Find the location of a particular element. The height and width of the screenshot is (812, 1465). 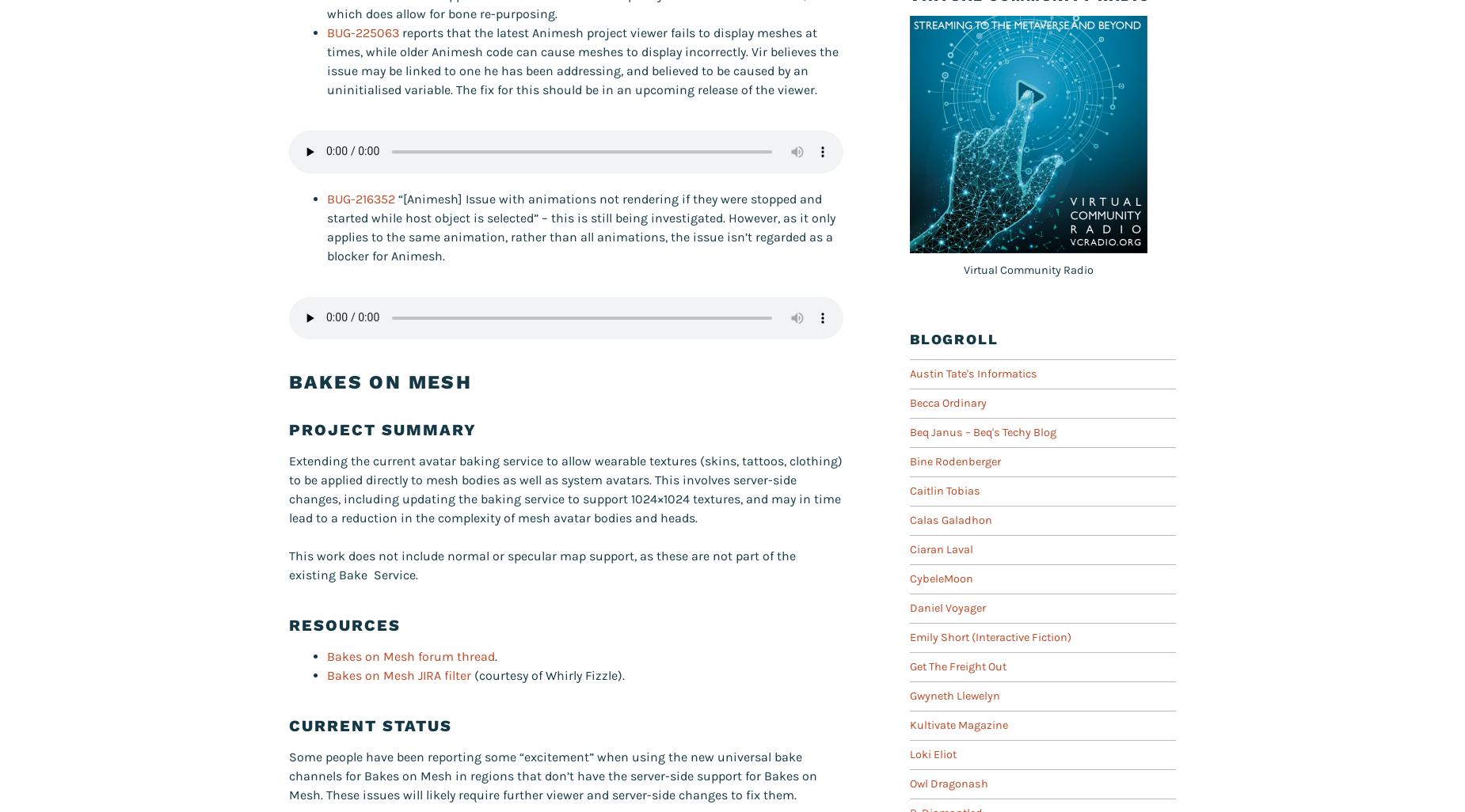

'Austin Tate's Informatics' is located at coordinates (972, 372).